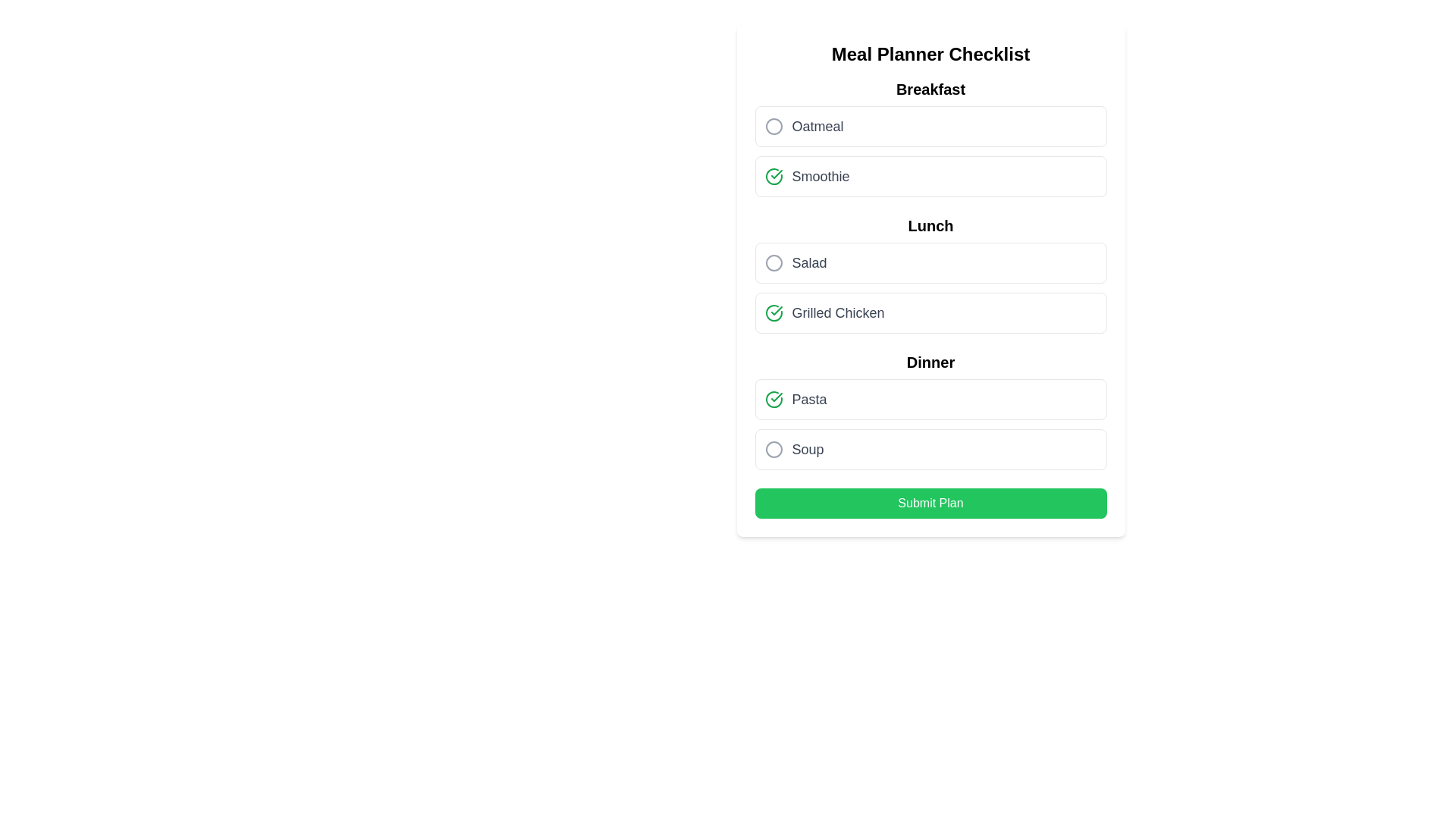 The image size is (1456, 819). Describe the element at coordinates (930, 288) in the screenshot. I see `to reorder the 'Salad' option in the selectable list item group, which is located in the 'Lunch' section of the UI` at that location.